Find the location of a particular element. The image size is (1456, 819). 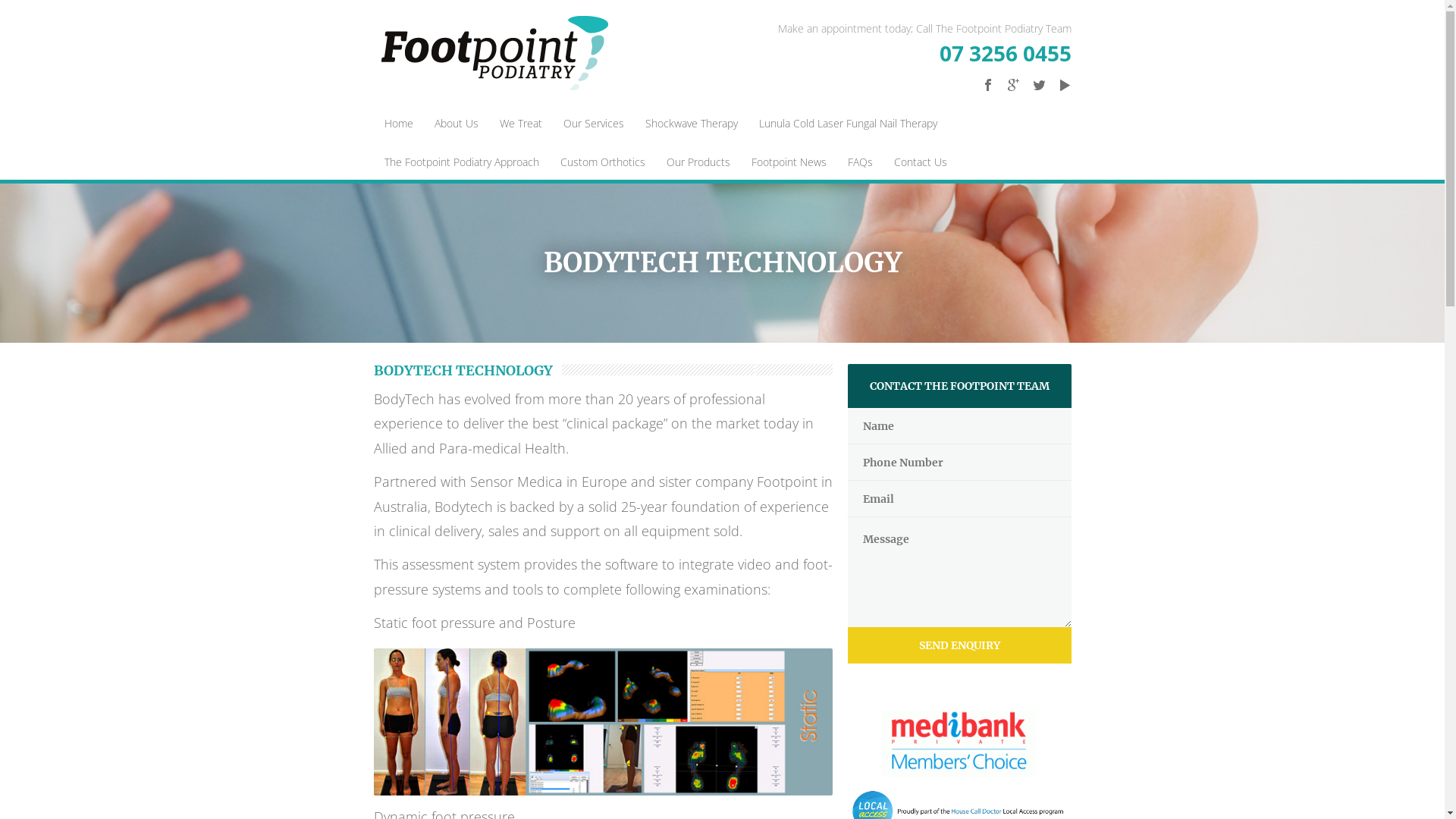

'Shockwave Therapy' is located at coordinates (690, 124).